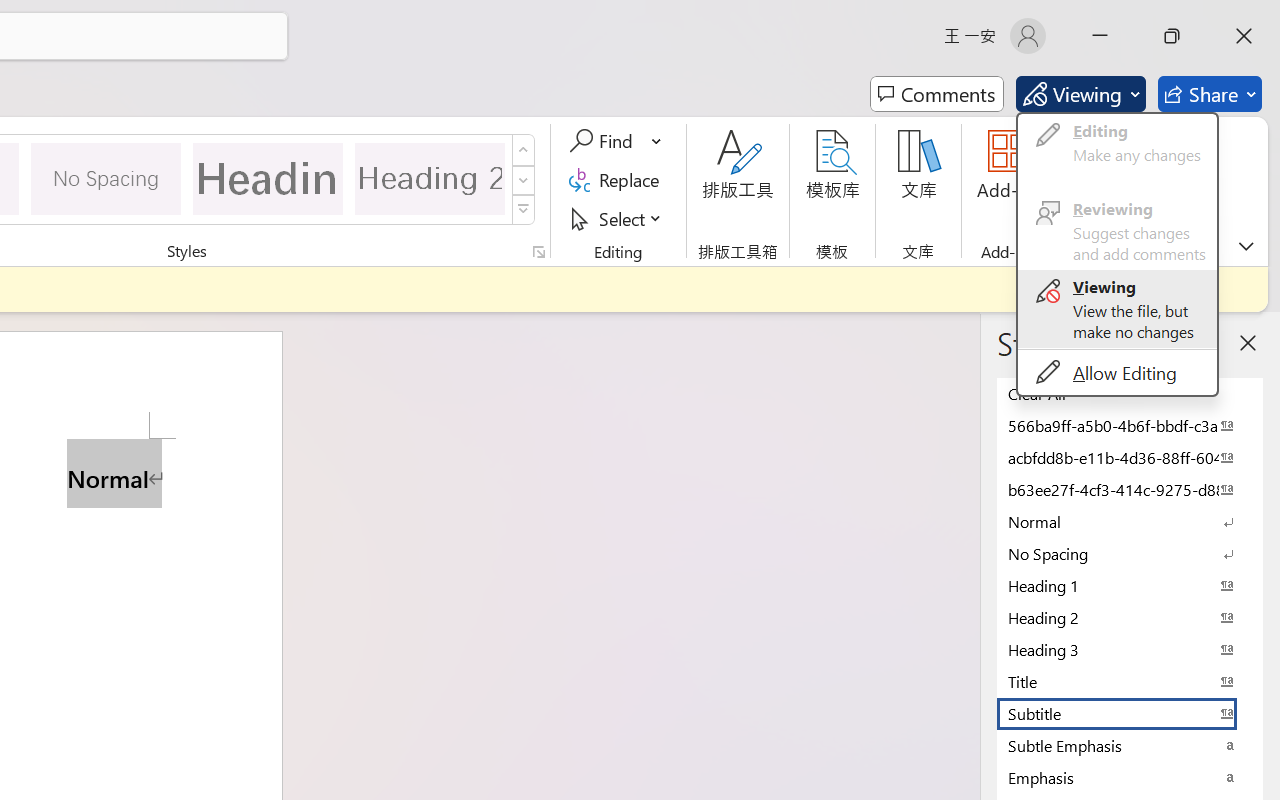 The image size is (1280, 800). I want to click on 'Select', so click(617, 218).